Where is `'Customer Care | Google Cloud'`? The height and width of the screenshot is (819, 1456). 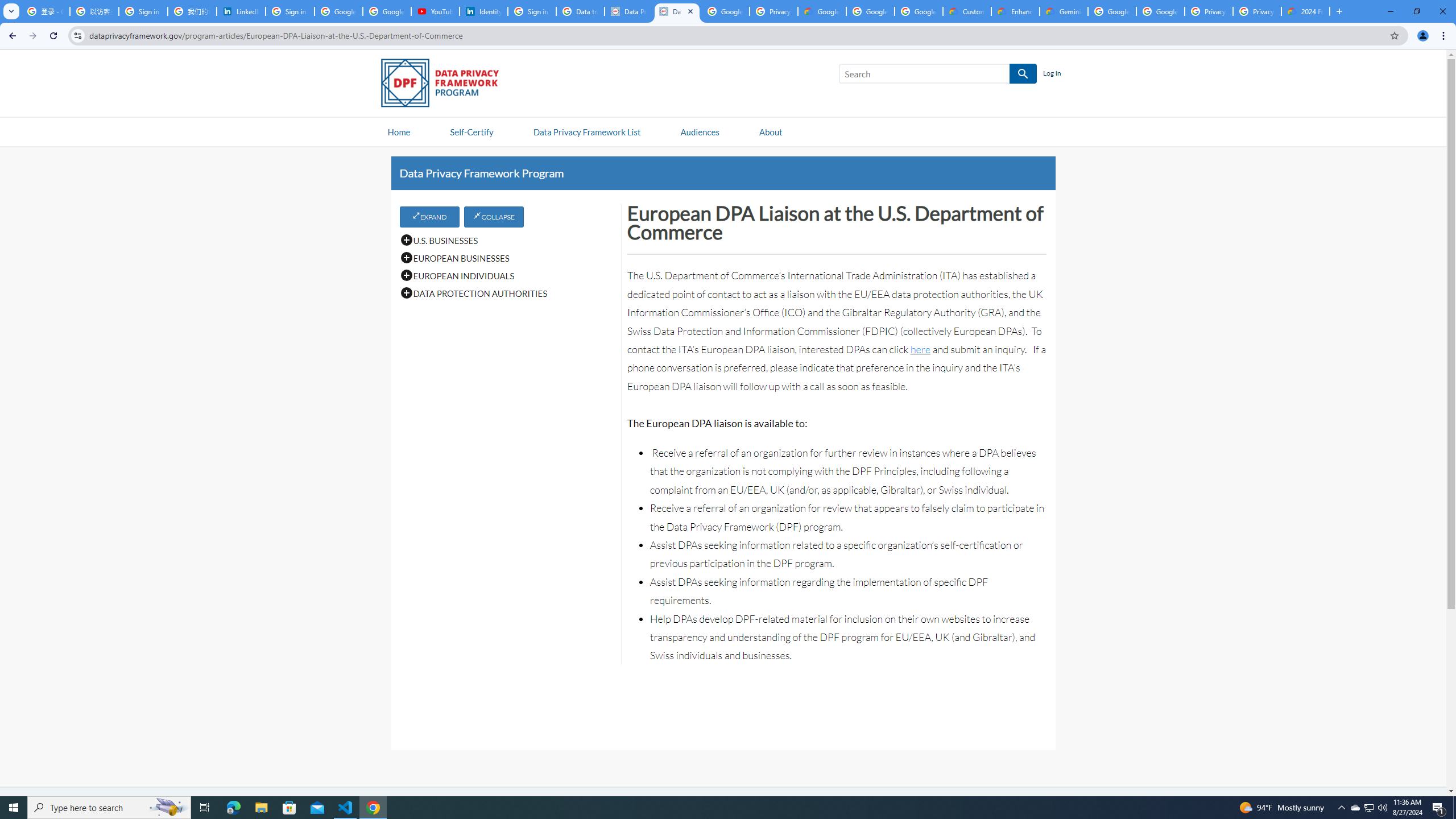
'Customer Care | Google Cloud' is located at coordinates (966, 11).